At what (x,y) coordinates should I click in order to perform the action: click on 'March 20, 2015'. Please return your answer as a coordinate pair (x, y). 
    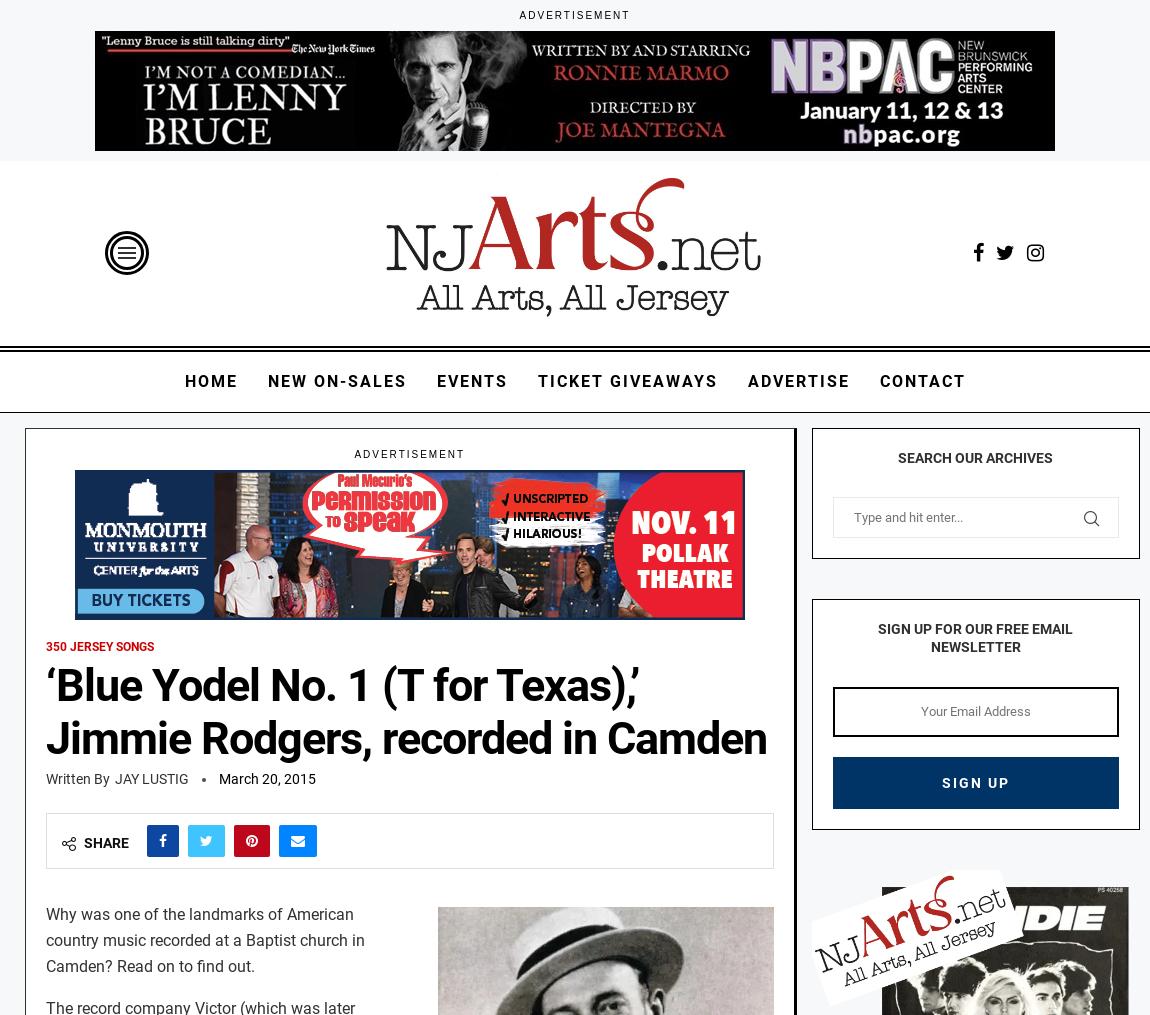
    Looking at the image, I should click on (266, 778).